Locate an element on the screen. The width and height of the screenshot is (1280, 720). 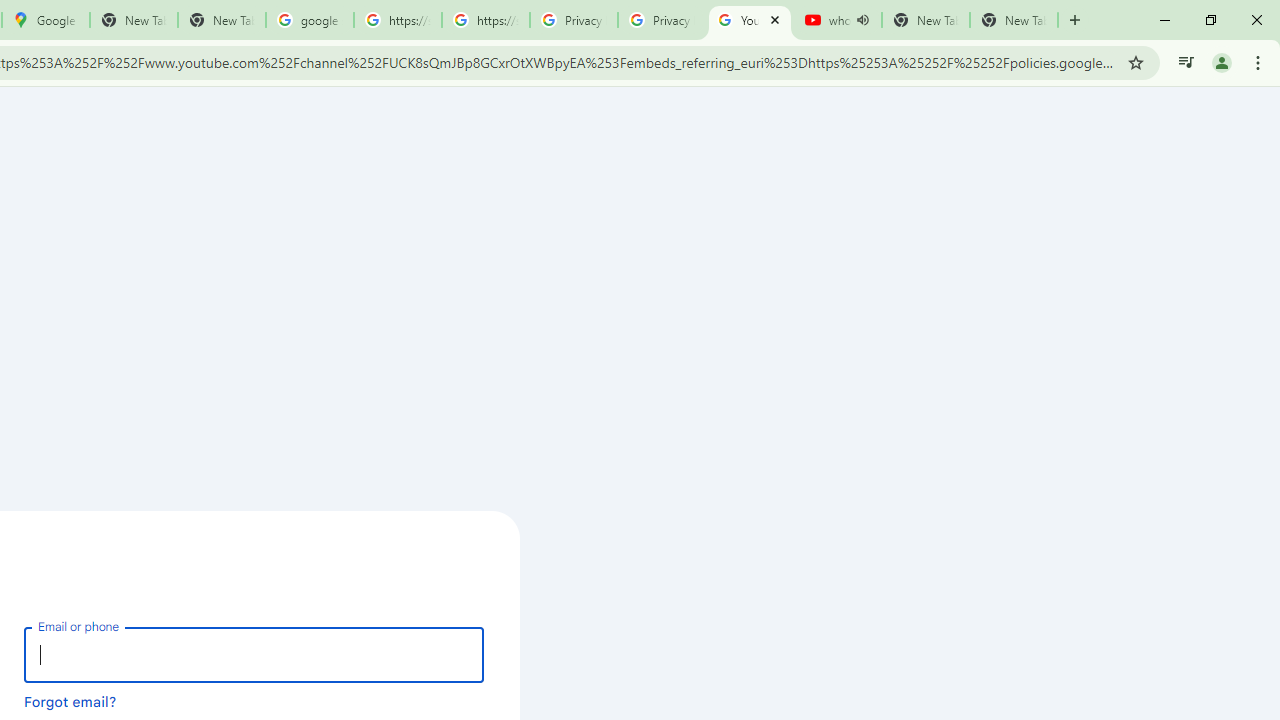
'YouTube' is located at coordinates (749, 20).